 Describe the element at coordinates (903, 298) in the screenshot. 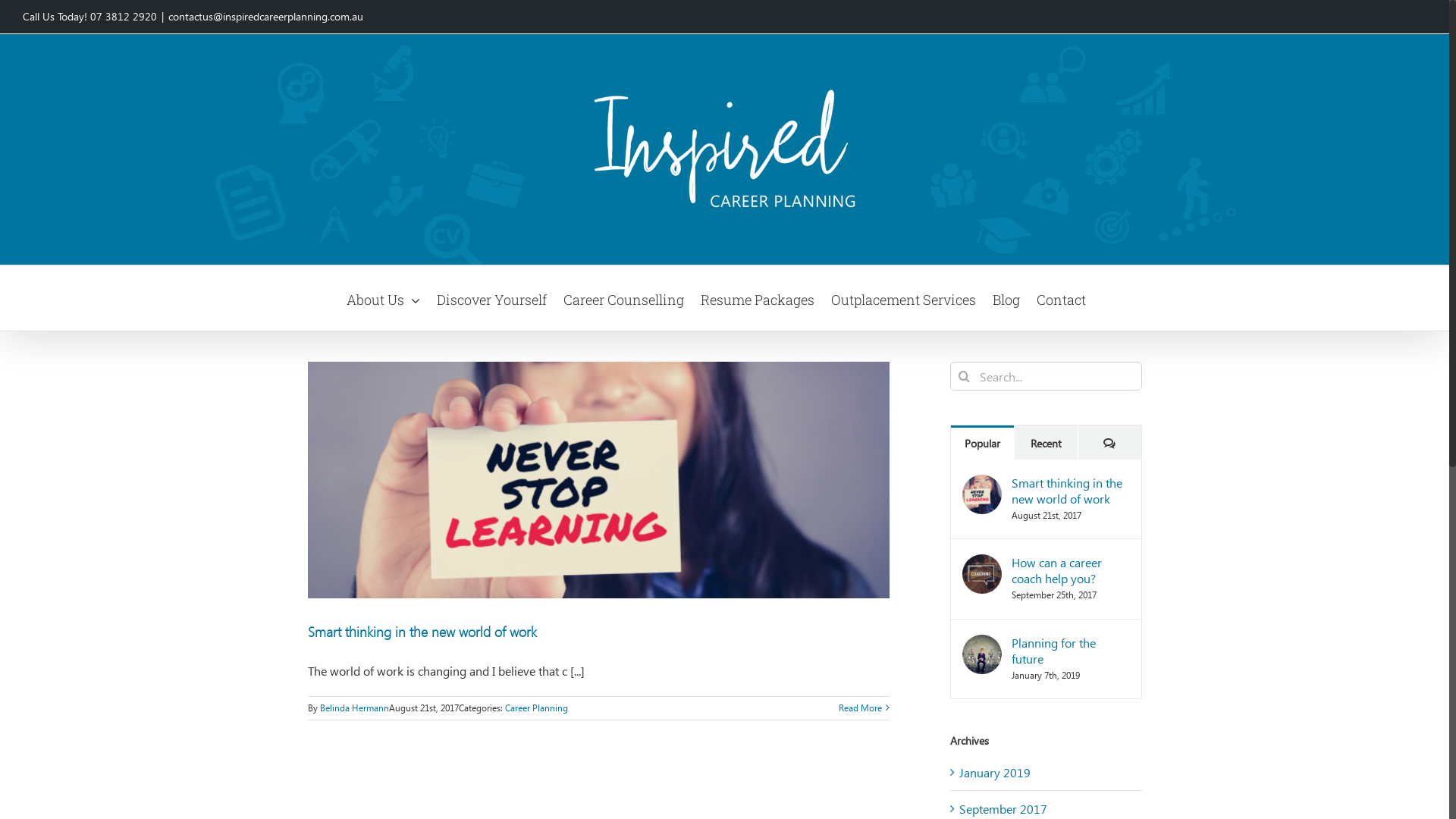

I see `'Outplacement Services'` at that location.